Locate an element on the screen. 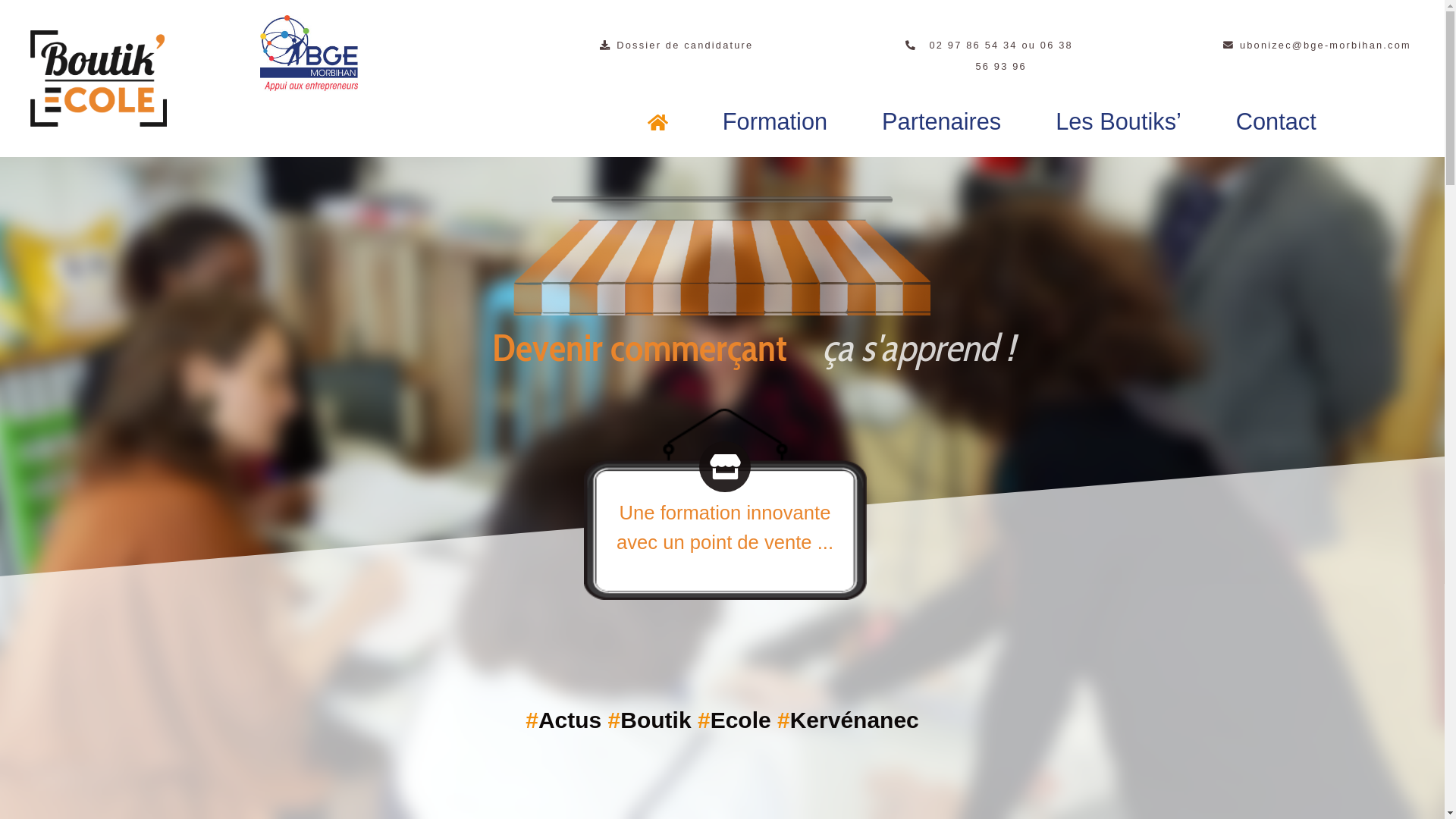  '02 97 86 54 34 ou 06 38 56 93 96' is located at coordinates (993, 55).